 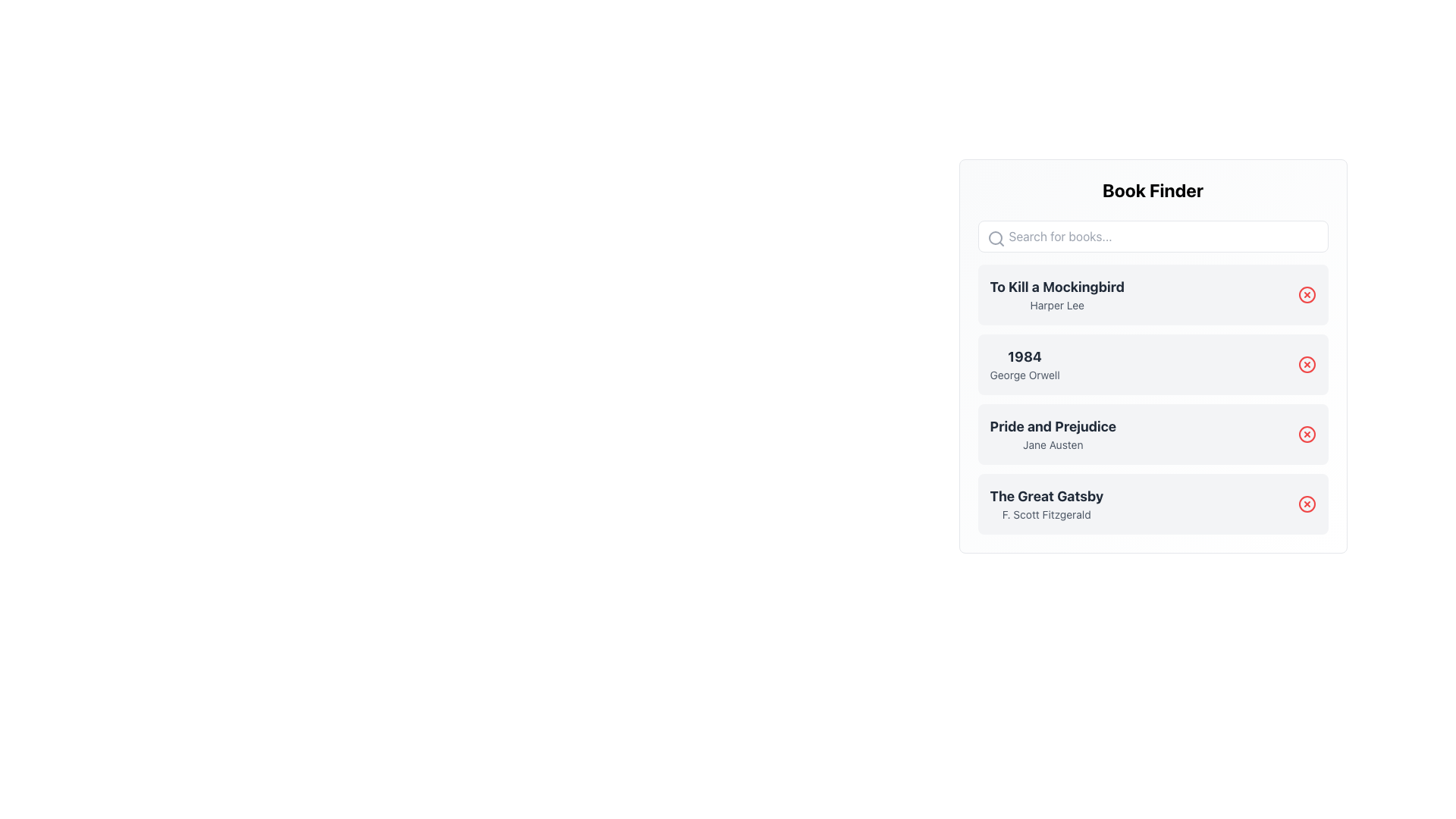 I want to click on the delete button for the book '1984' by George Orwell, so click(x=1306, y=365).